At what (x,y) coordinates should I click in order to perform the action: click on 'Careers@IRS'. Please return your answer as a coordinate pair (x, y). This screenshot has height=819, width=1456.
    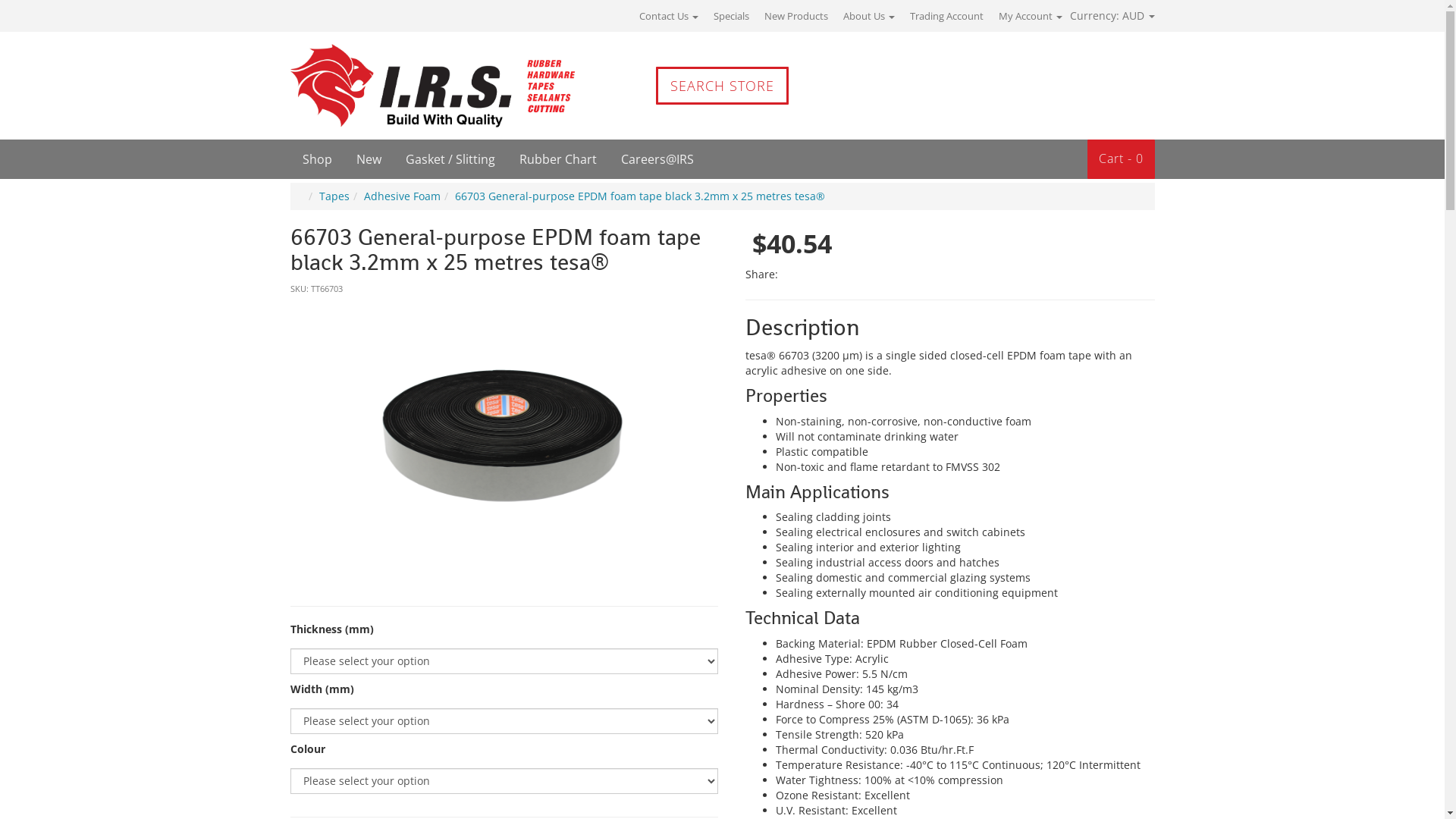
    Looking at the image, I should click on (656, 158).